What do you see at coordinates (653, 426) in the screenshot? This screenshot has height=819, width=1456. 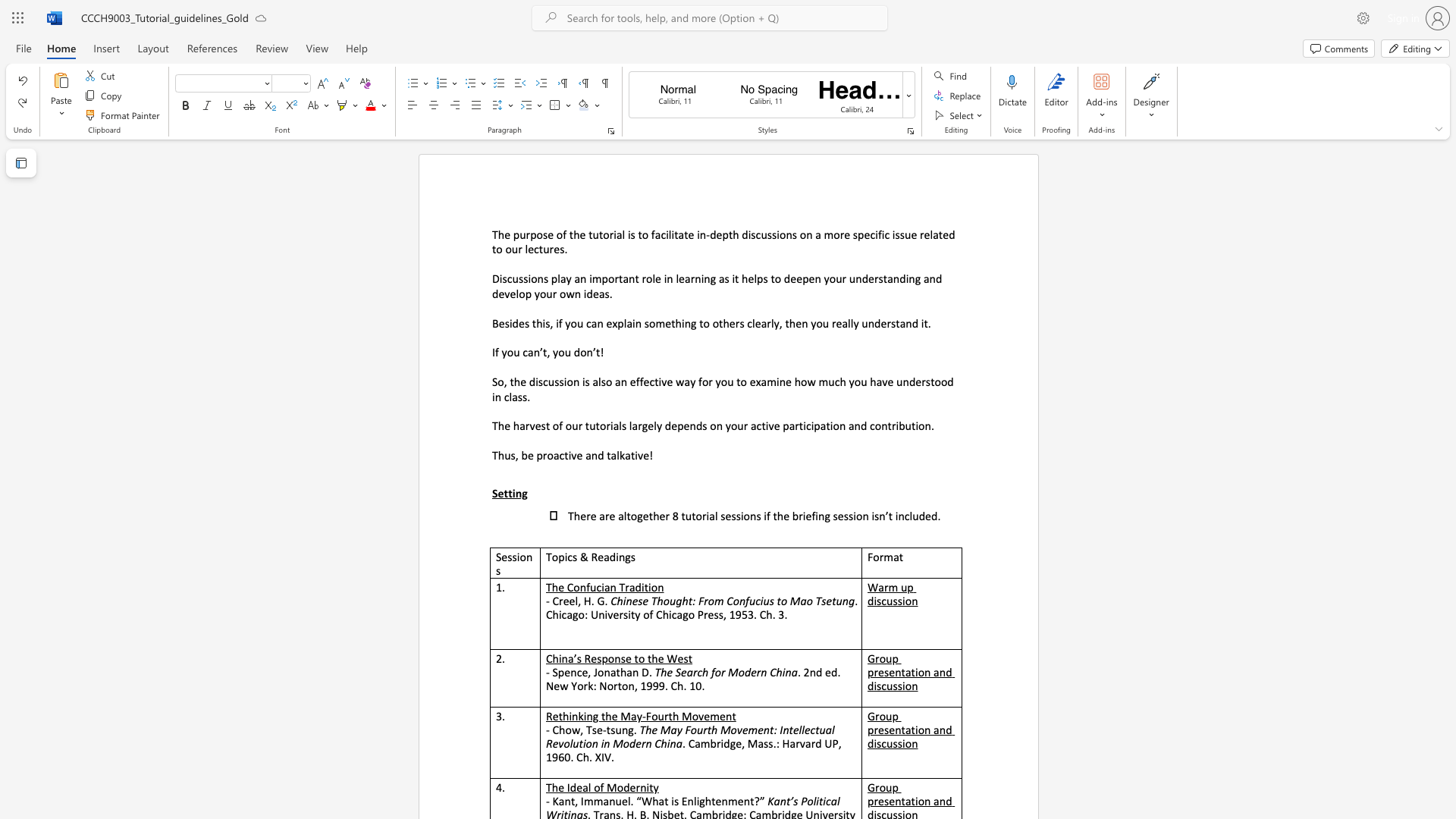 I see `the space between the continuous character "e" and "l" in the text` at bounding box center [653, 426].